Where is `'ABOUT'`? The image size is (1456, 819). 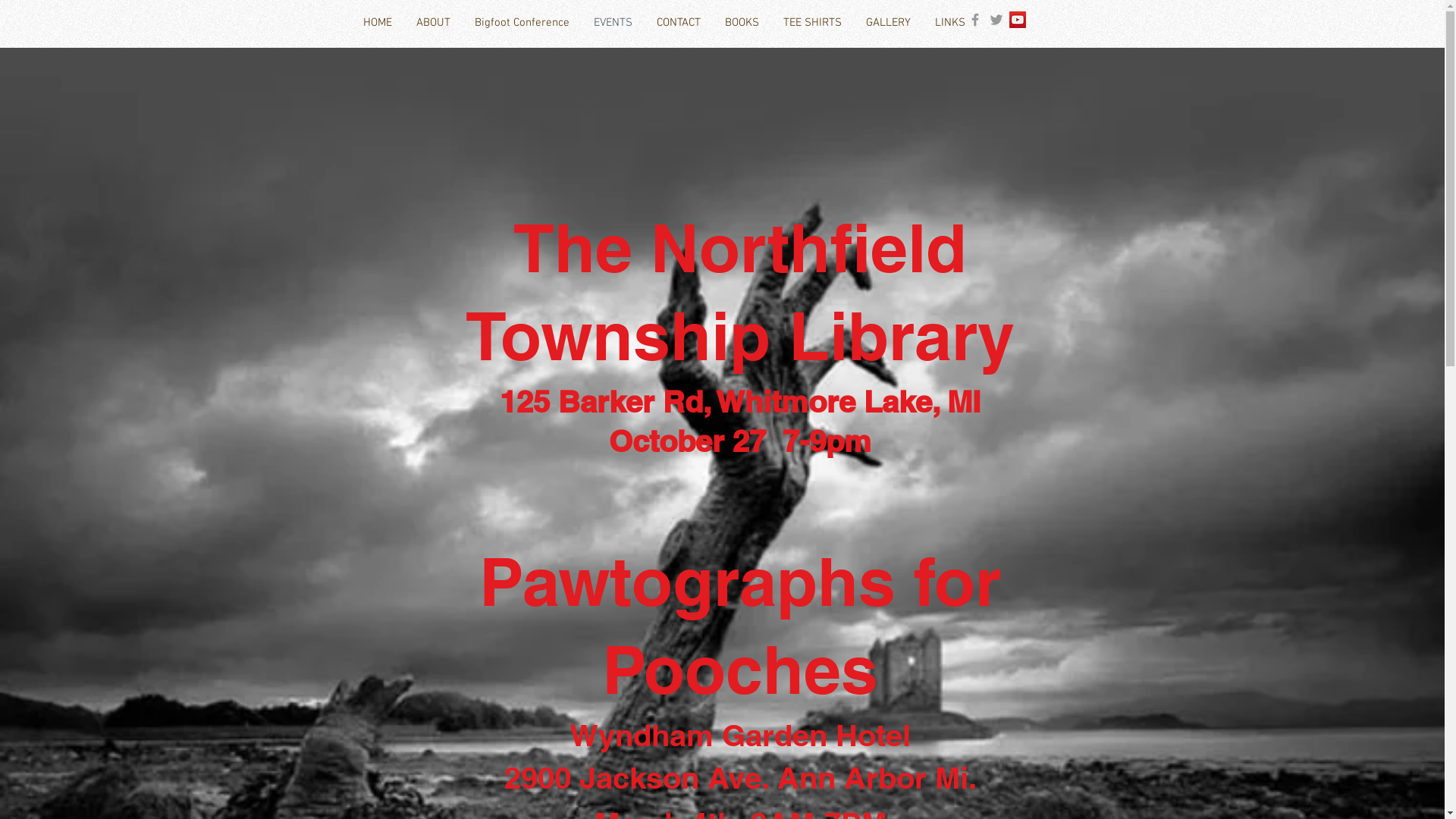
'ABOUT' is located at coordinates (431, 23).